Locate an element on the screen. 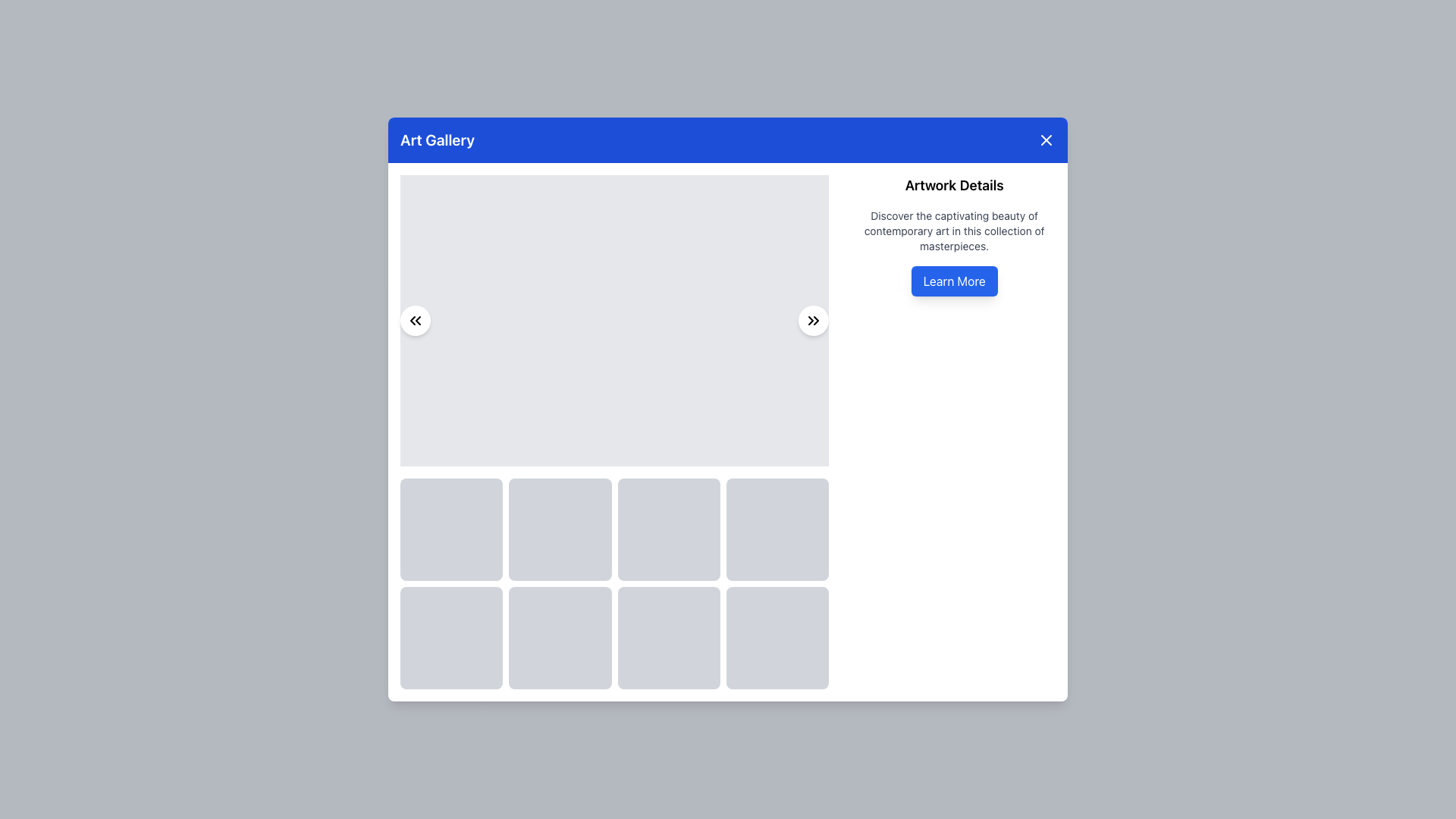  the left arrow icon used for navigating to the previous item in the carousel or image gallery is located at coordinates (413, 319).